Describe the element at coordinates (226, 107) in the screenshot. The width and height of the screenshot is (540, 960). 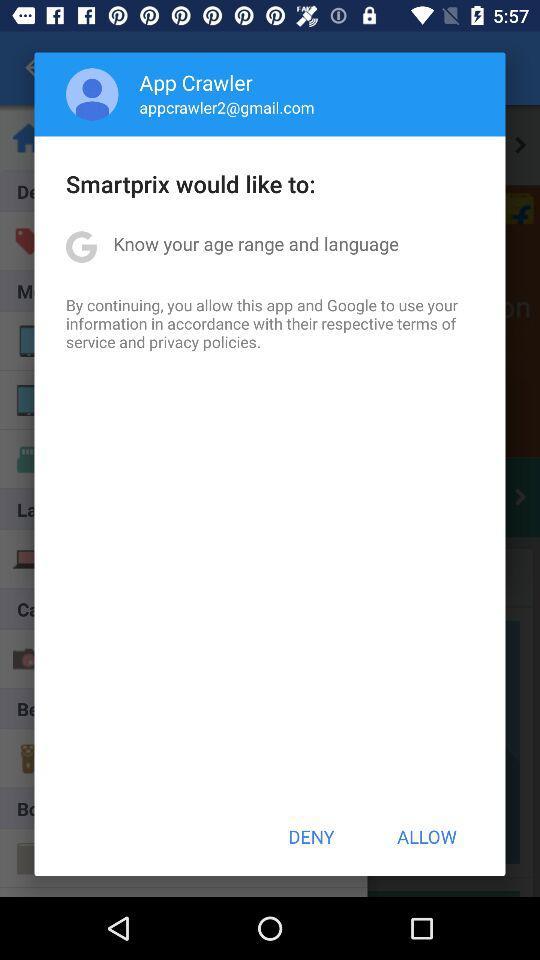
I see `app above smartprix would like` at that location.